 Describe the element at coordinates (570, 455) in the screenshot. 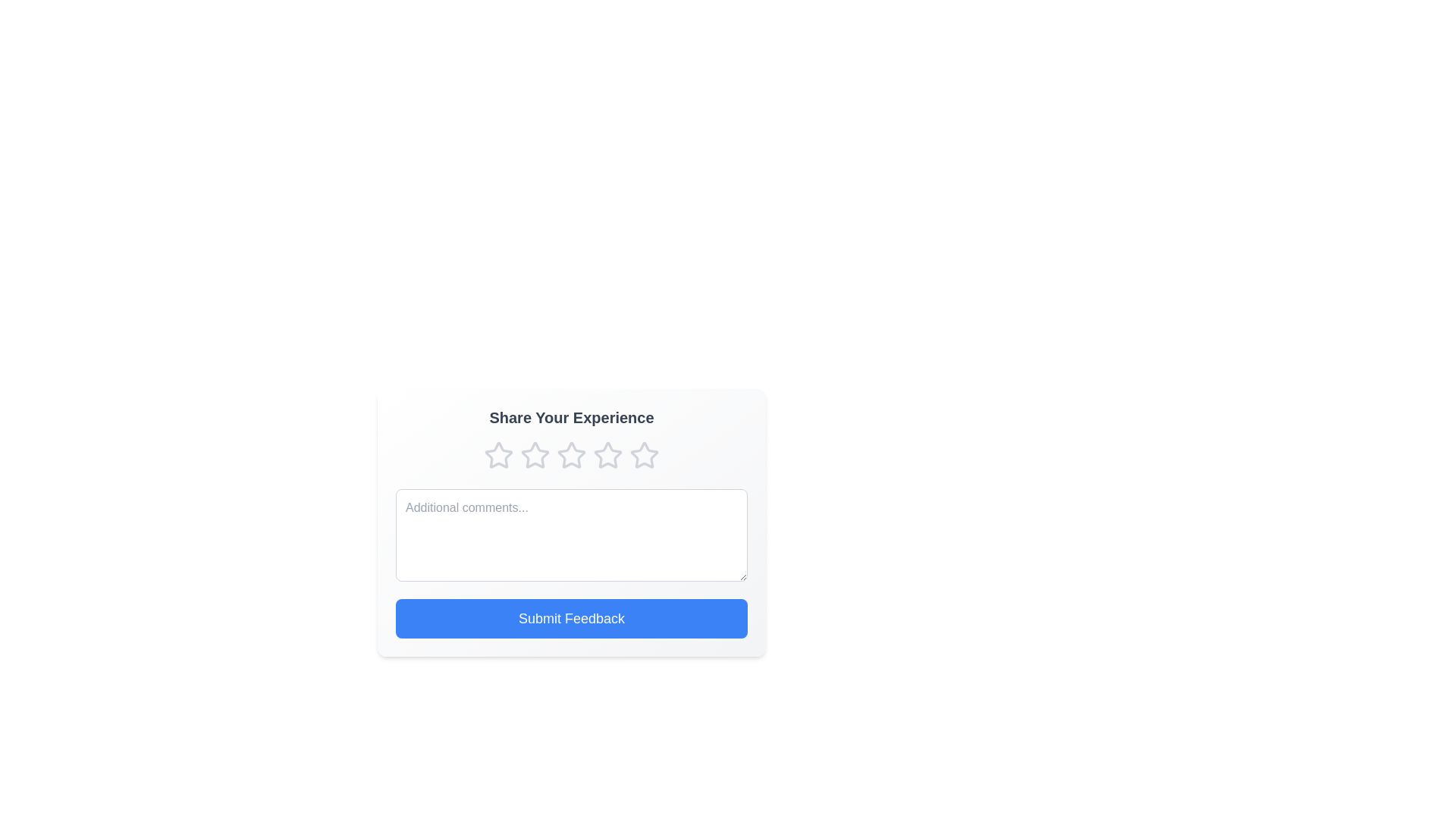

I see `the Star rating component located between the header 'Share Your Experience' and the text area 'Additional comments...'` at that location.